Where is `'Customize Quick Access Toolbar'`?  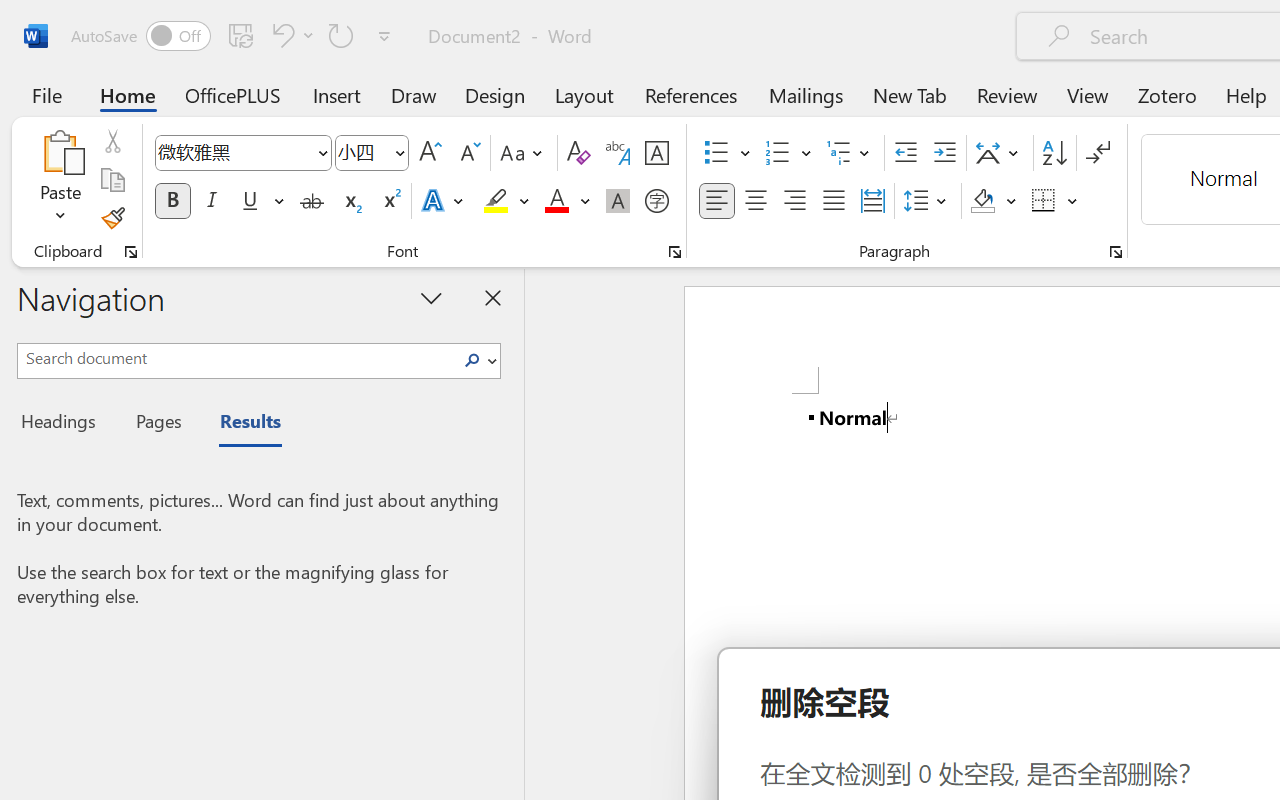 'Customize Quick Access Toolbar' is located at coordinates (384, 35).